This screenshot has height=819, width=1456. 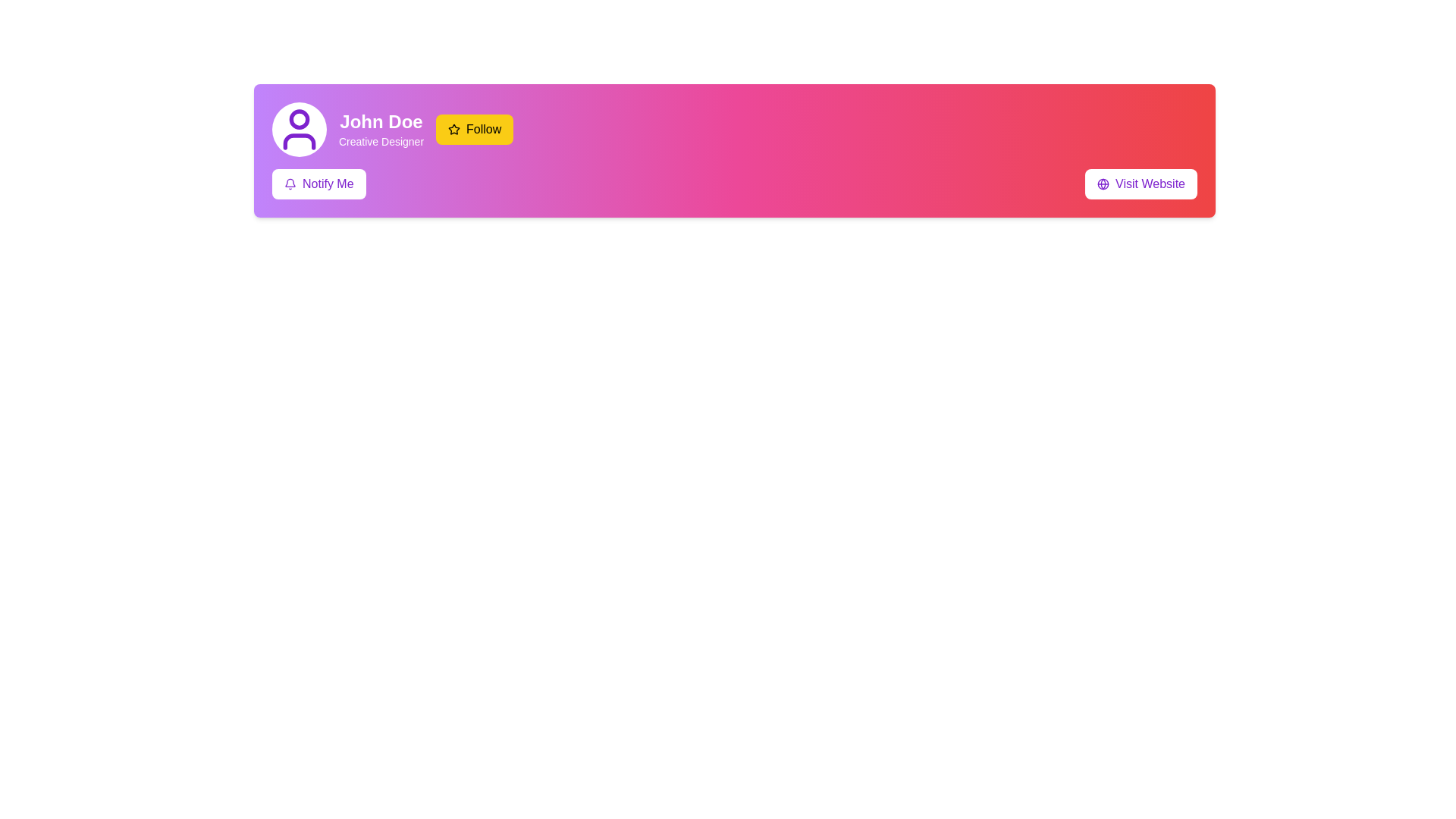 What do you see at coordinates (1141, 184) in the screenshot?
I see `the white rectangular button with rounded corners that has purple text reading 'Visit Website' and a globe icon on its left to visit the website` at bounding box center [1141, 184].